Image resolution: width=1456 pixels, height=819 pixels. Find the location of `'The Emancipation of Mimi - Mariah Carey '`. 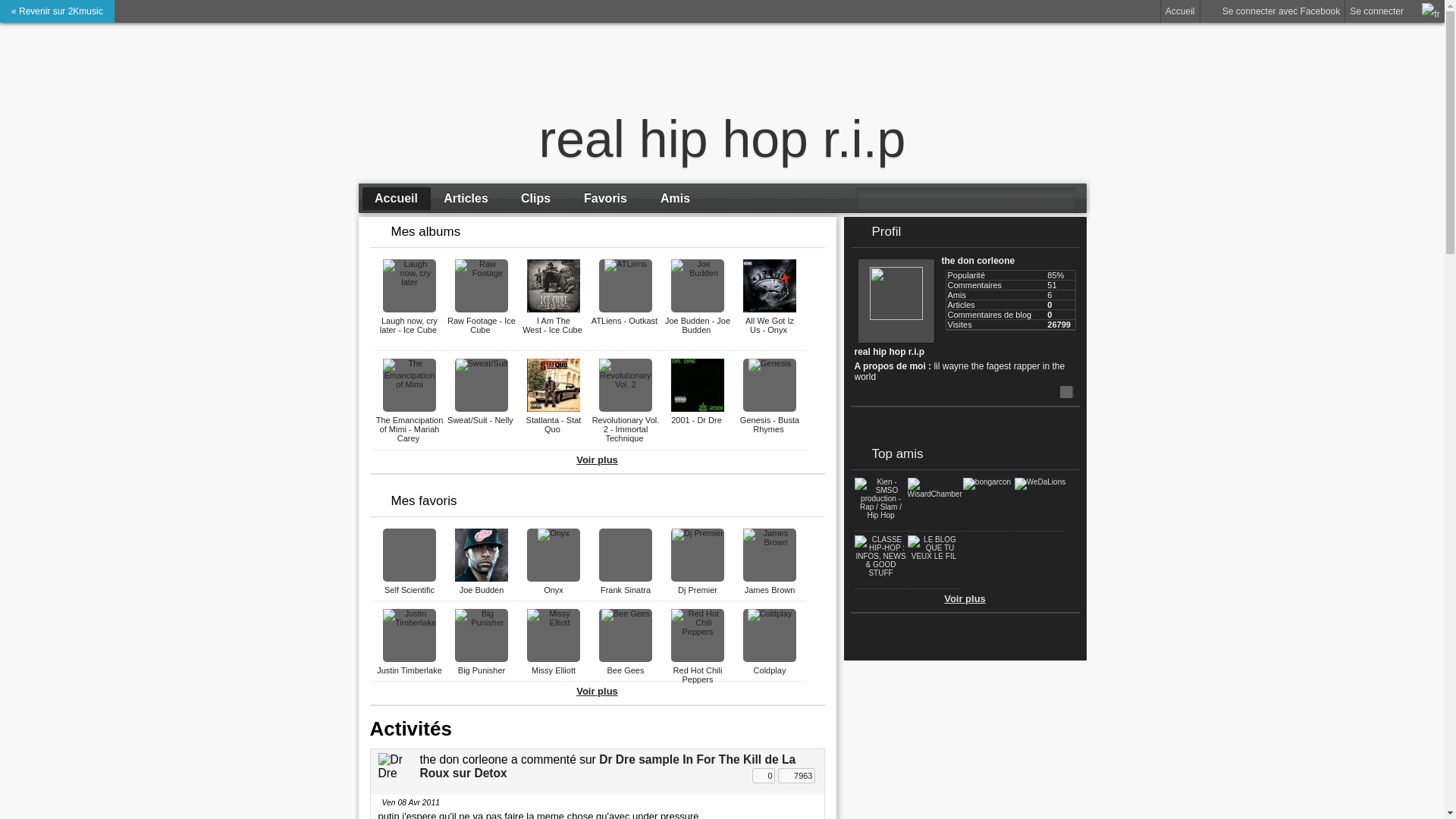

'The Emancipation of Mimi - Mariah Carey ' is located at coordinates (409, 429).